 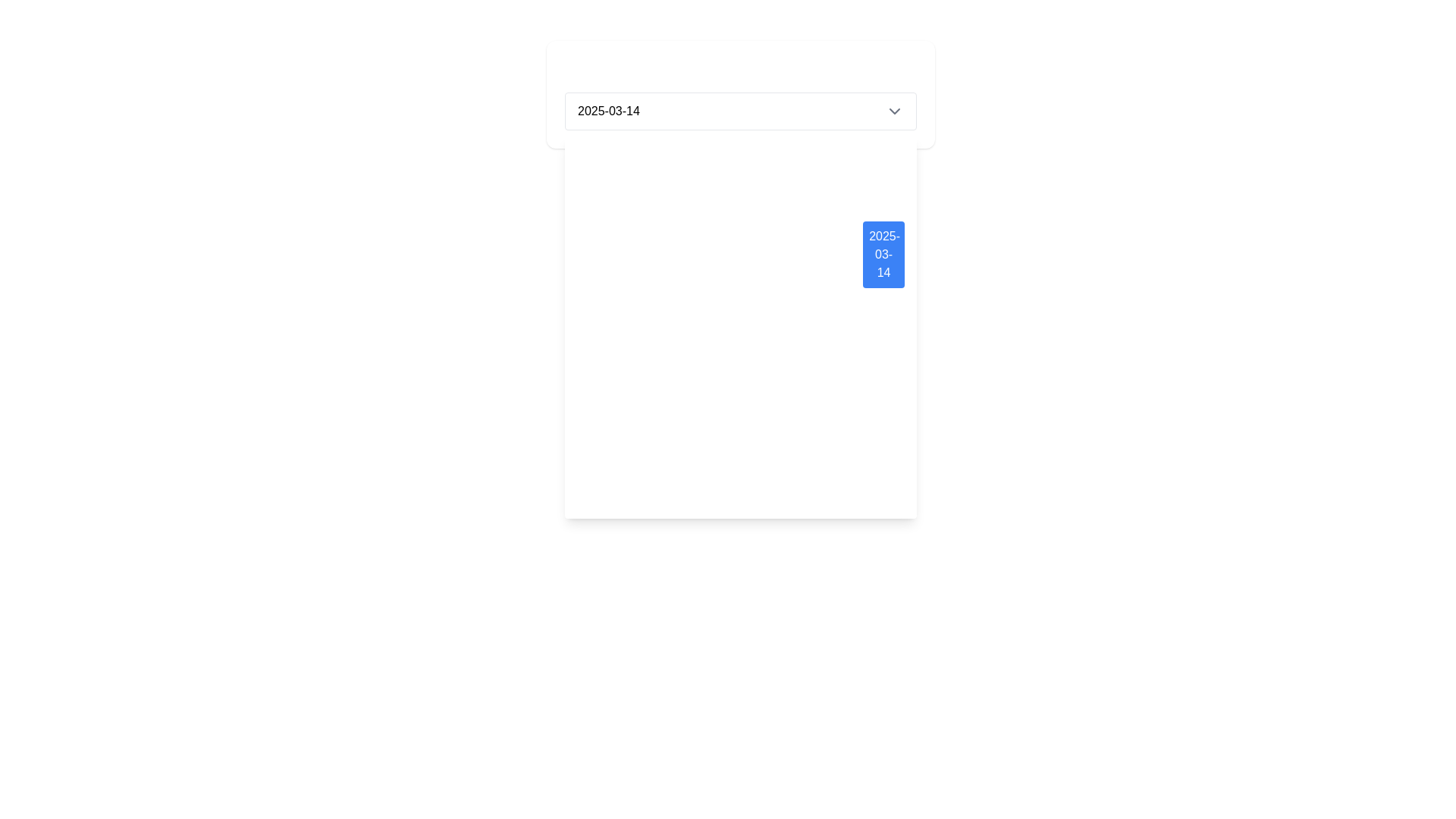 What do you see at coordinates (883, 253) in the screenshot?
I see `the button displaying the date '2025-03-14' with a blue background in the second row, seventh column of the grid` at bounding box center [883, 253].